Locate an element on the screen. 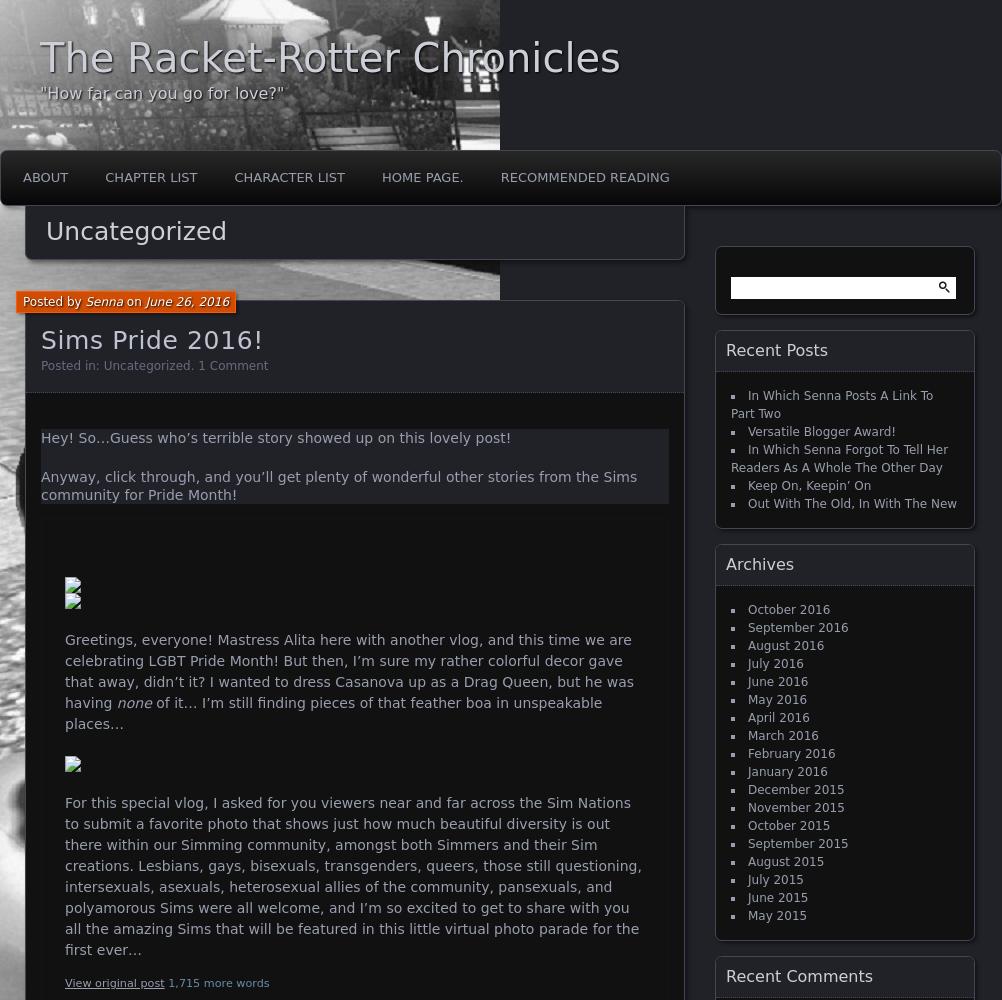  'Hey! So…Guess who’s terrible story showed up on this lovely post!' is located at coordinates (274, 437).